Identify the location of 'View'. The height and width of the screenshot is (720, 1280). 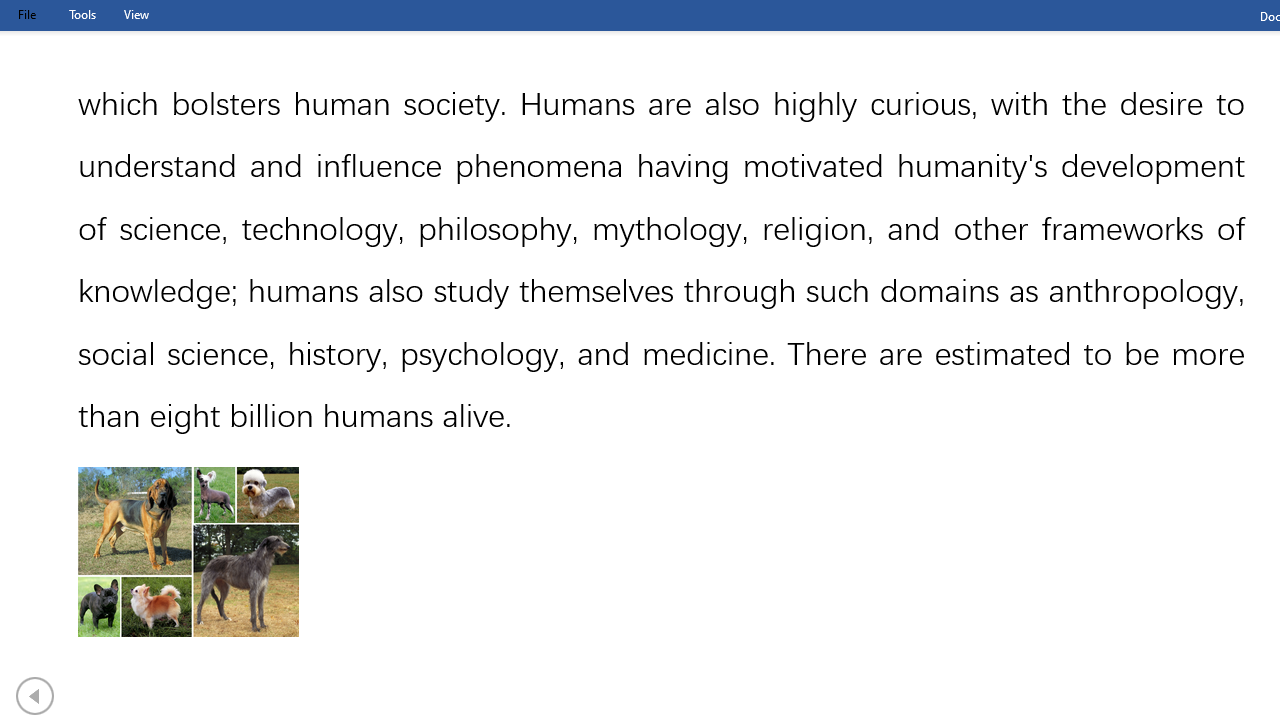
(135, 14).